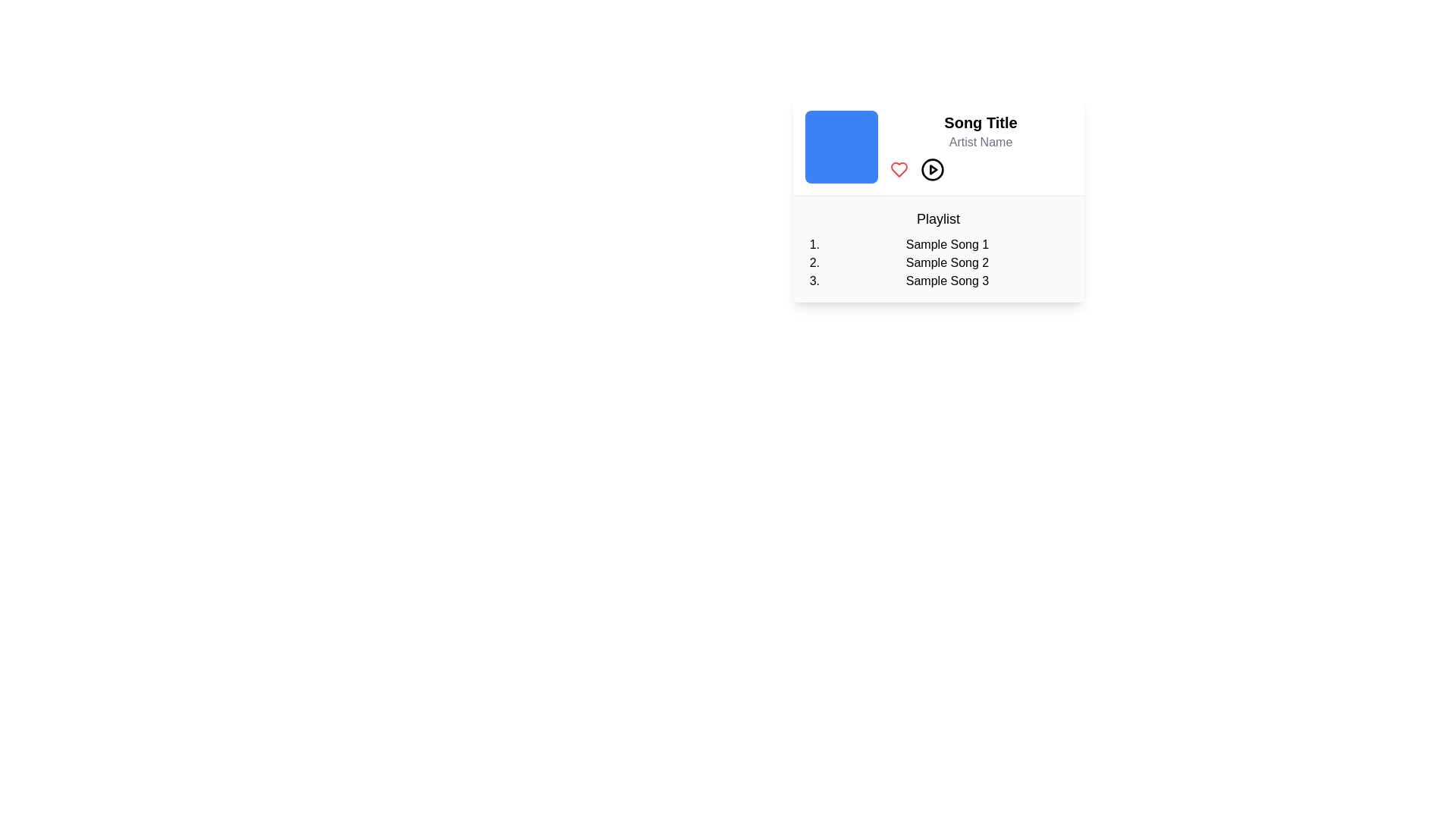 The image size is (1456, 819). What do you see at coordinates (899, 169) in the screenshot?
I see `the heart-shaped icon, which serves as a favorite or like button, located in the upper-left quadrant of the card interface` at bounding box center [899, 169].